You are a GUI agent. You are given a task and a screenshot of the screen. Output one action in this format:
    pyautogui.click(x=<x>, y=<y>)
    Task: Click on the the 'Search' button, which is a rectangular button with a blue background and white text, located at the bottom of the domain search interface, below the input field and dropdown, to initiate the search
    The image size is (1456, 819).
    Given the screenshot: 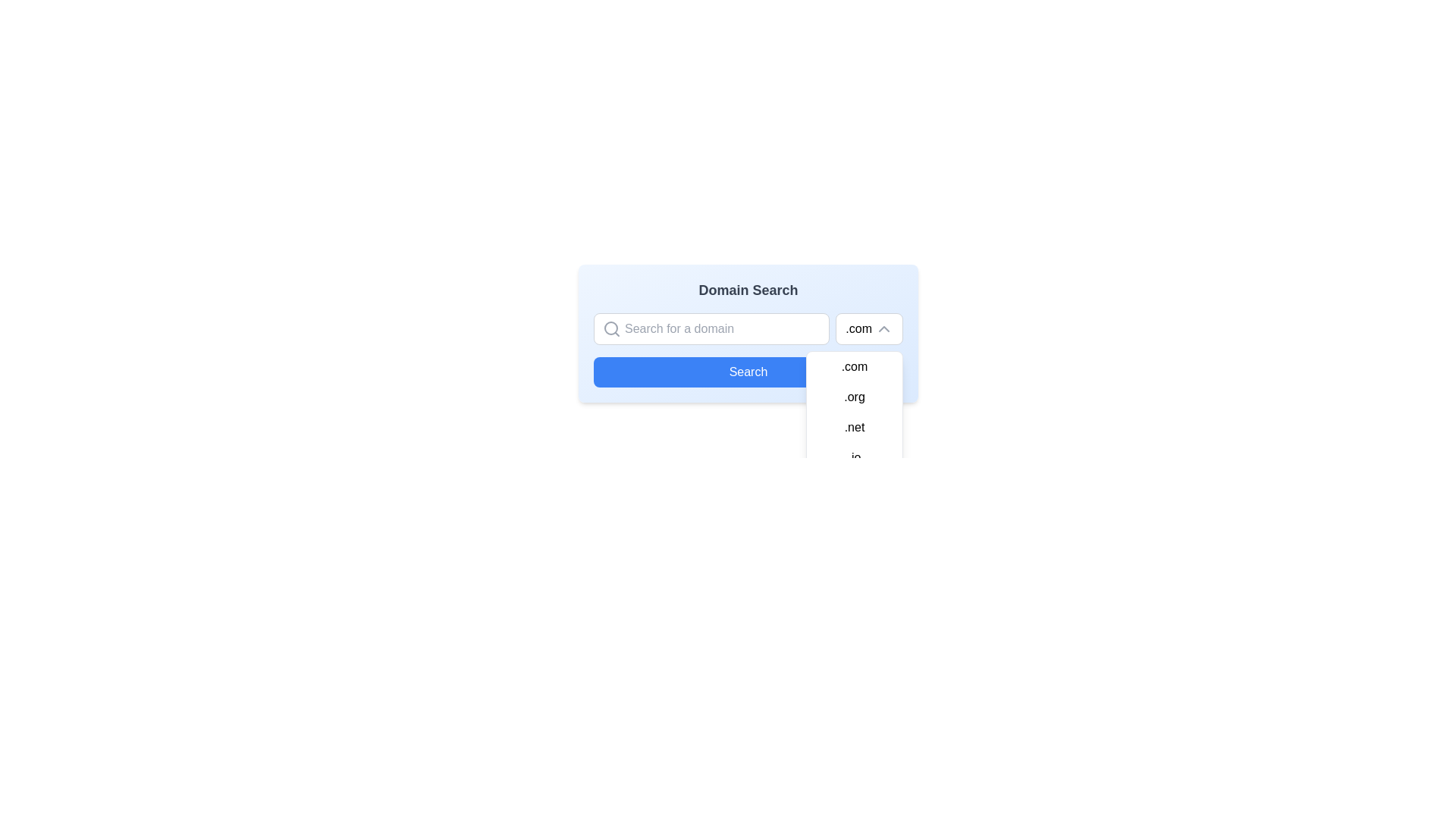 What is the action you would take?
    pyautogui.click(x=748, y=372)
    